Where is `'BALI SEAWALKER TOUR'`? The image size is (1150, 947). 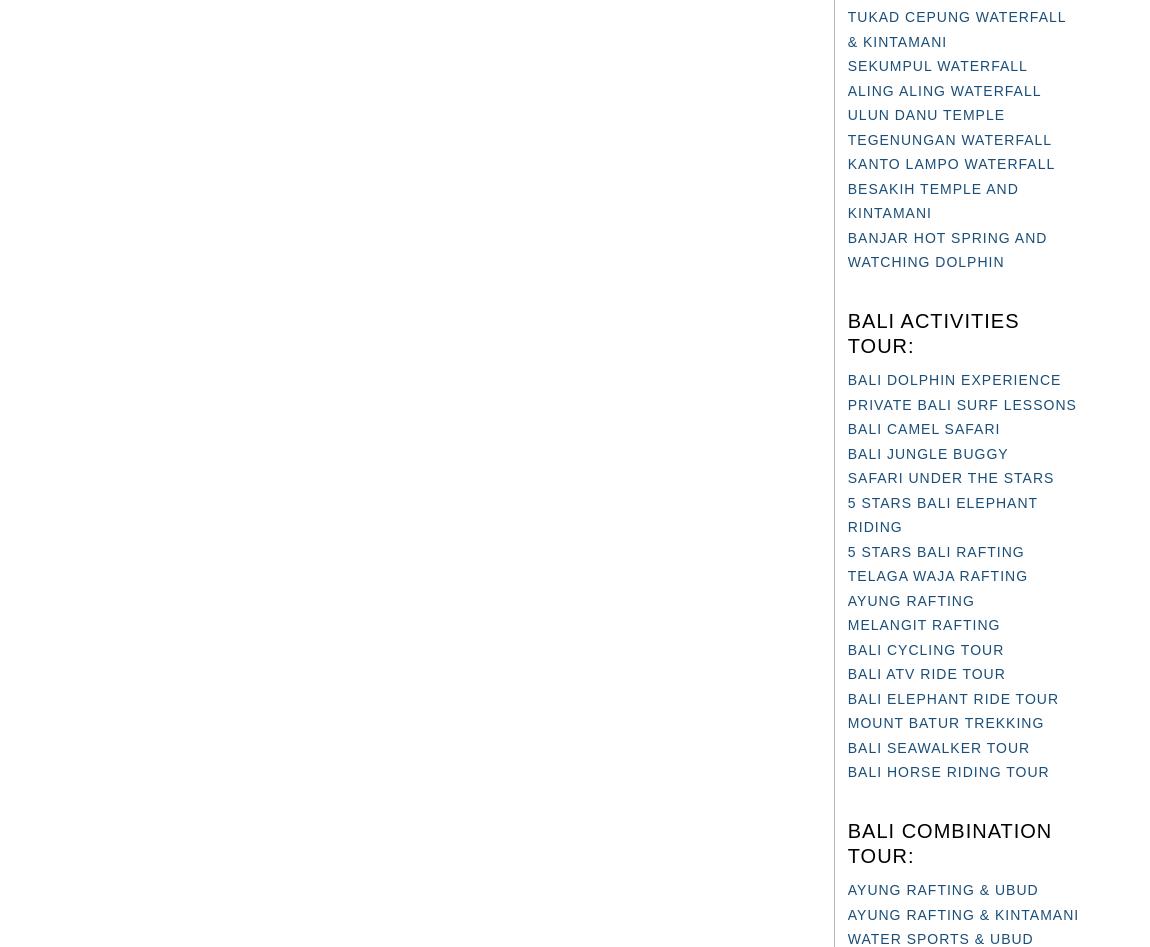
'BALI SEAWALKER TOUR' is located at coordinates (938, 745).